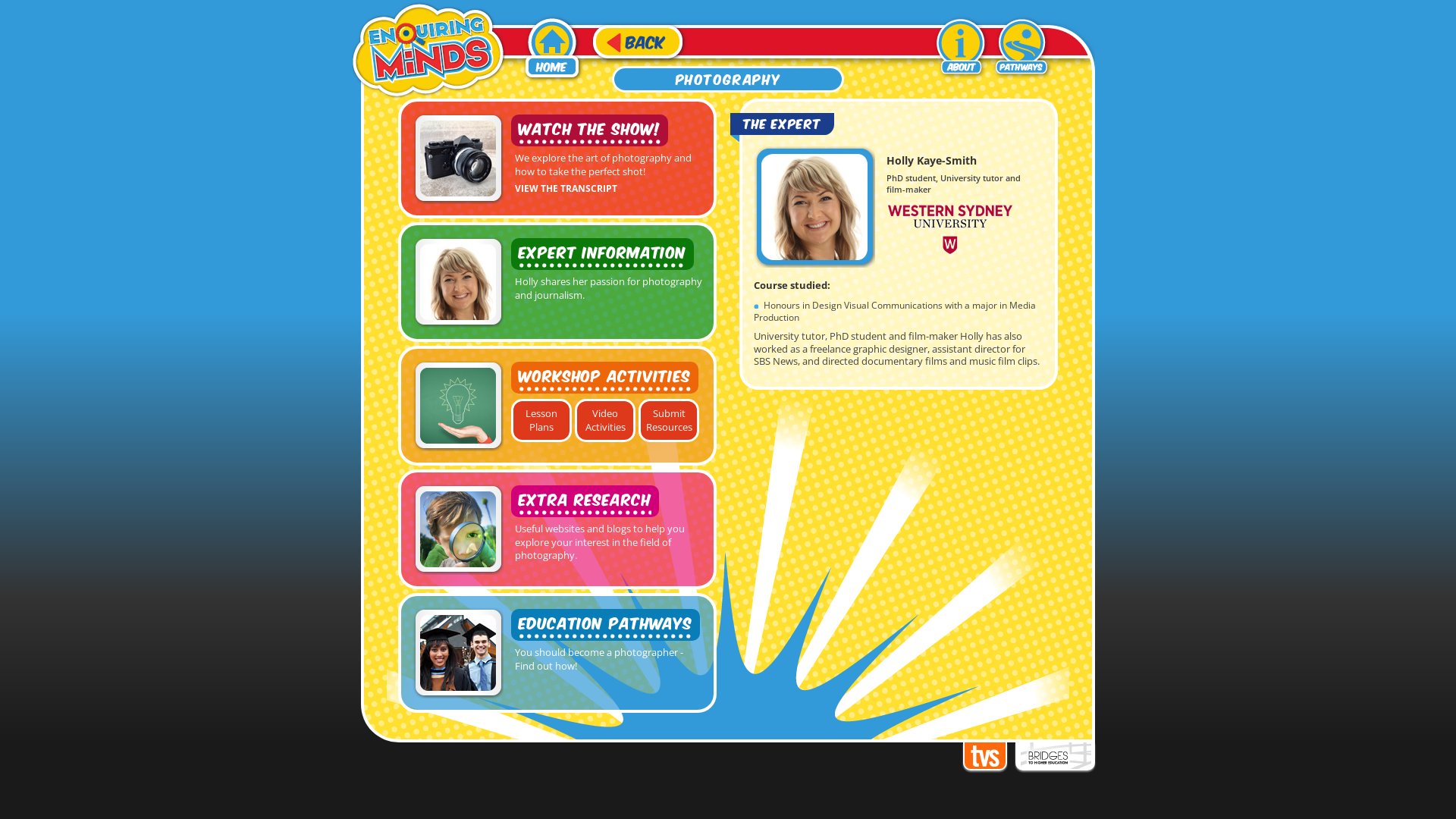 The width and height of the screenshot is (1456, 819). What do you see at coordinates (949, 228) in the screenshot?
I see `'WSU-Trans_Logo-56px'` at bounding box center [949, 228].